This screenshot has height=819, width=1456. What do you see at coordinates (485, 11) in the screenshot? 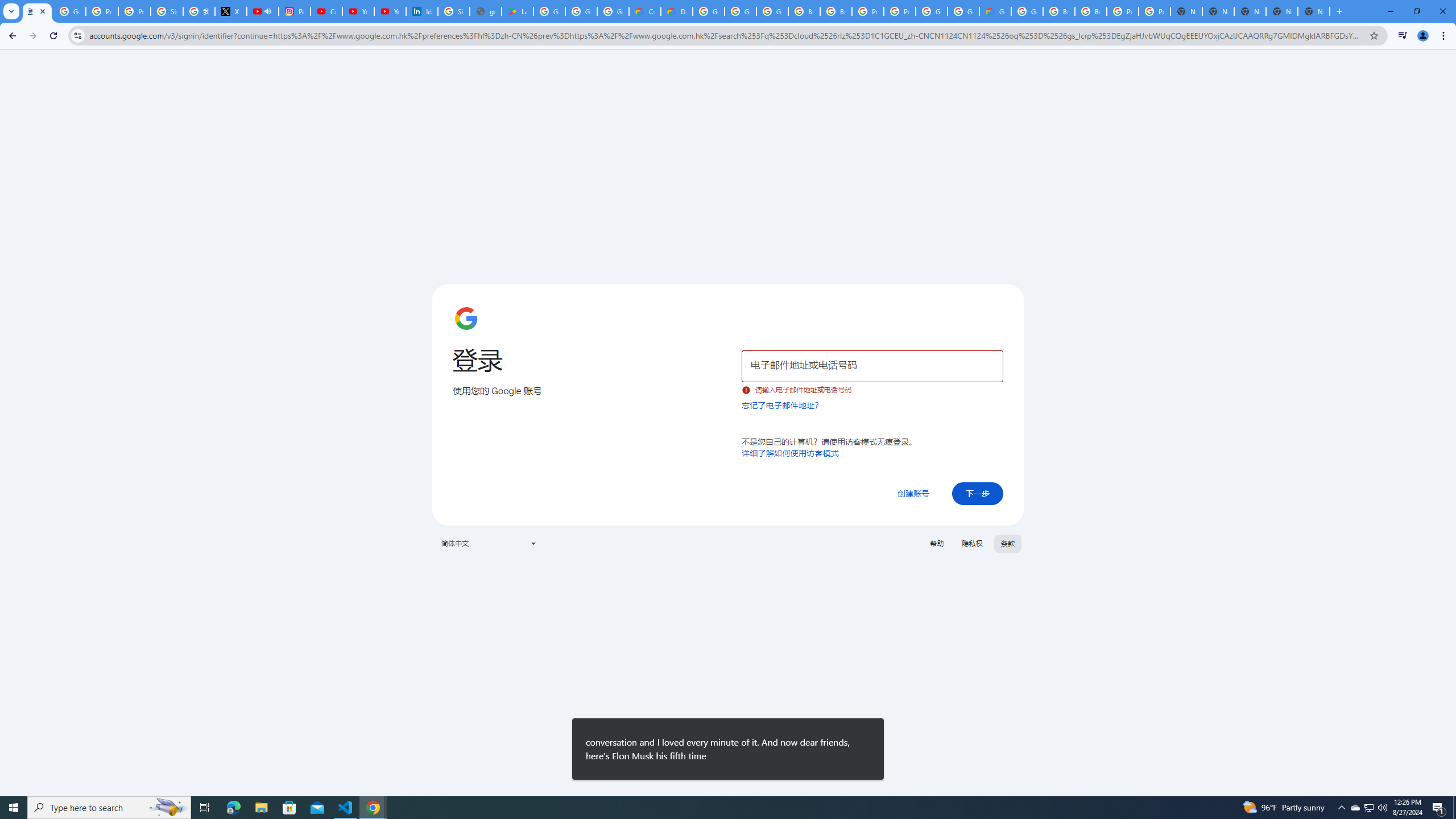
I see `'google_privacy_policy_en.pdf'` at bounding box center [485, 11].